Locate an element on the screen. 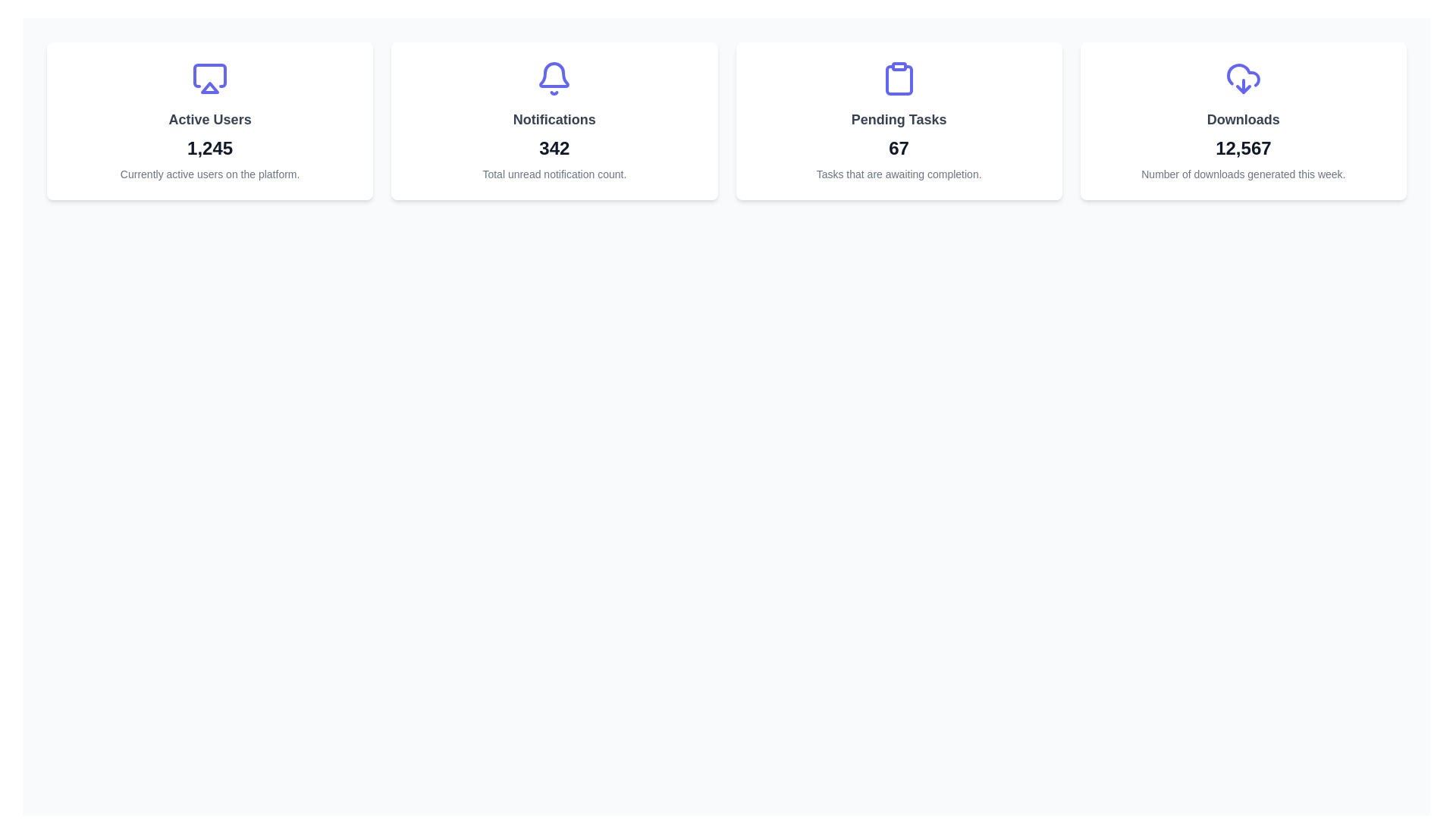  the 'Pending Tasks' heading text, which is bold, grayish, and prominently displayed above the numerical indicator '67' in the card layout is located at coordinates (899, 119).